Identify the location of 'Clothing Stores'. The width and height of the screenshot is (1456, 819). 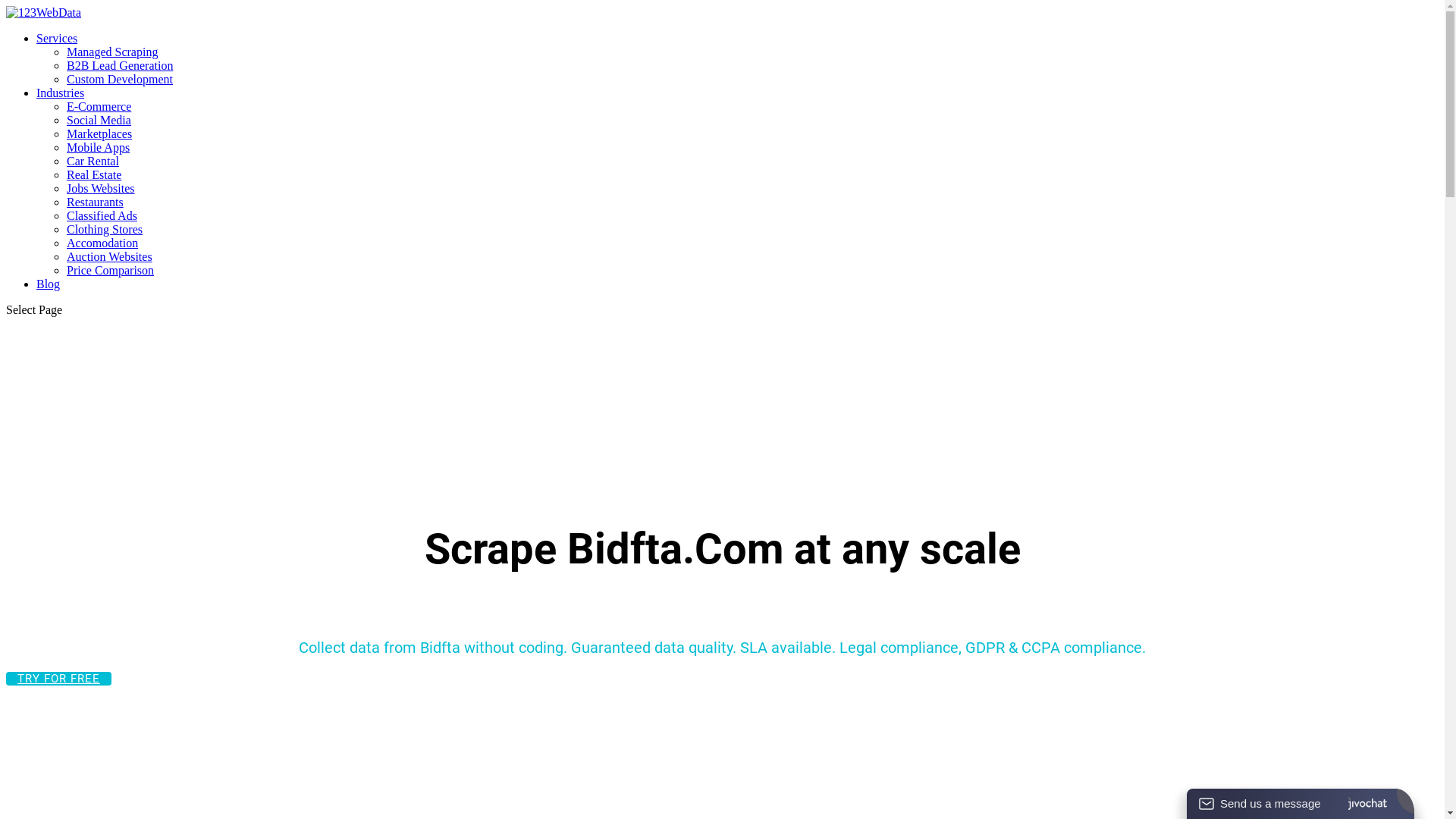
(104, 229).